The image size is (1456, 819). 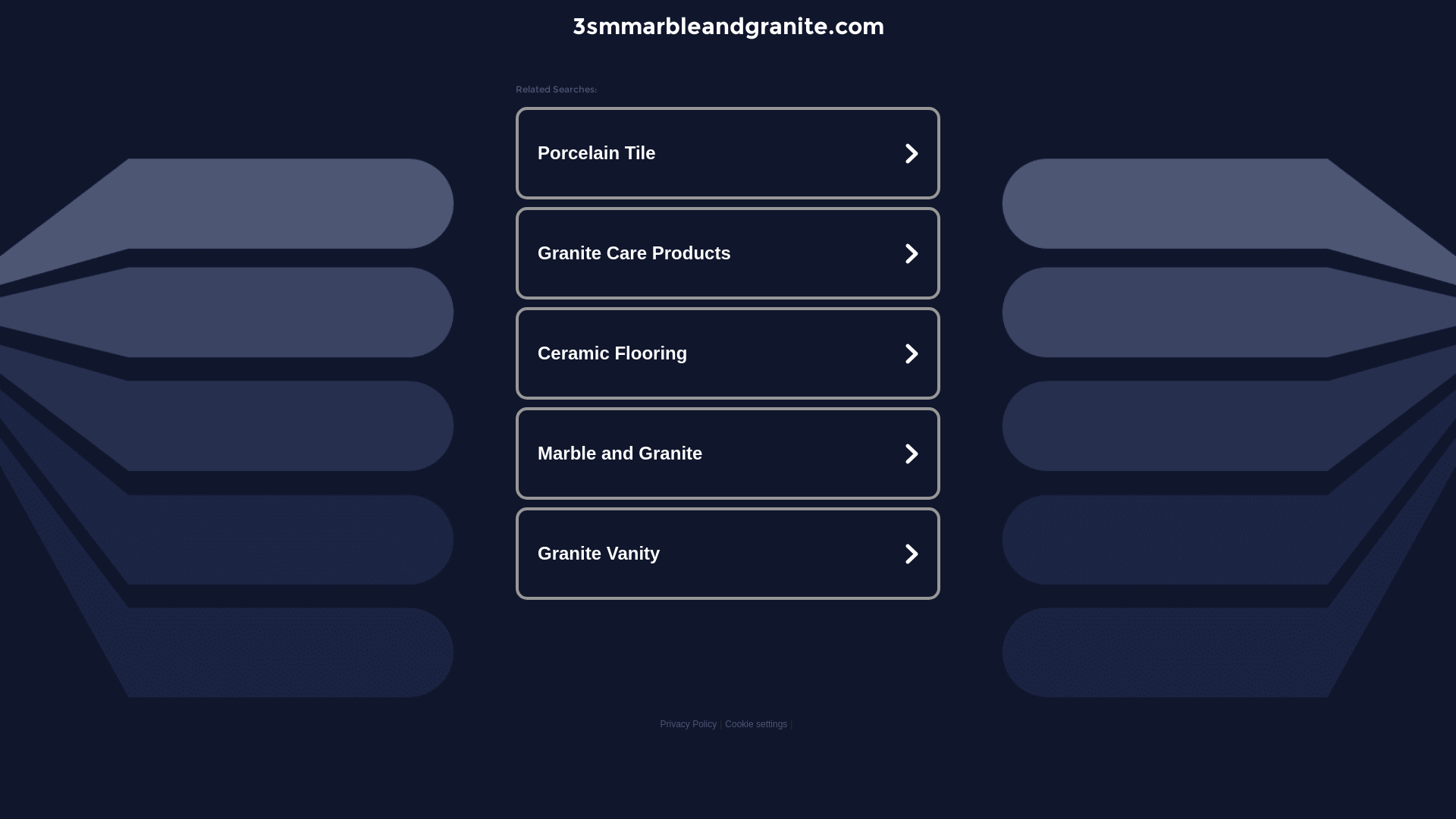 I want to click on 'Ceramic Flooring', so click(x=728, y=353).